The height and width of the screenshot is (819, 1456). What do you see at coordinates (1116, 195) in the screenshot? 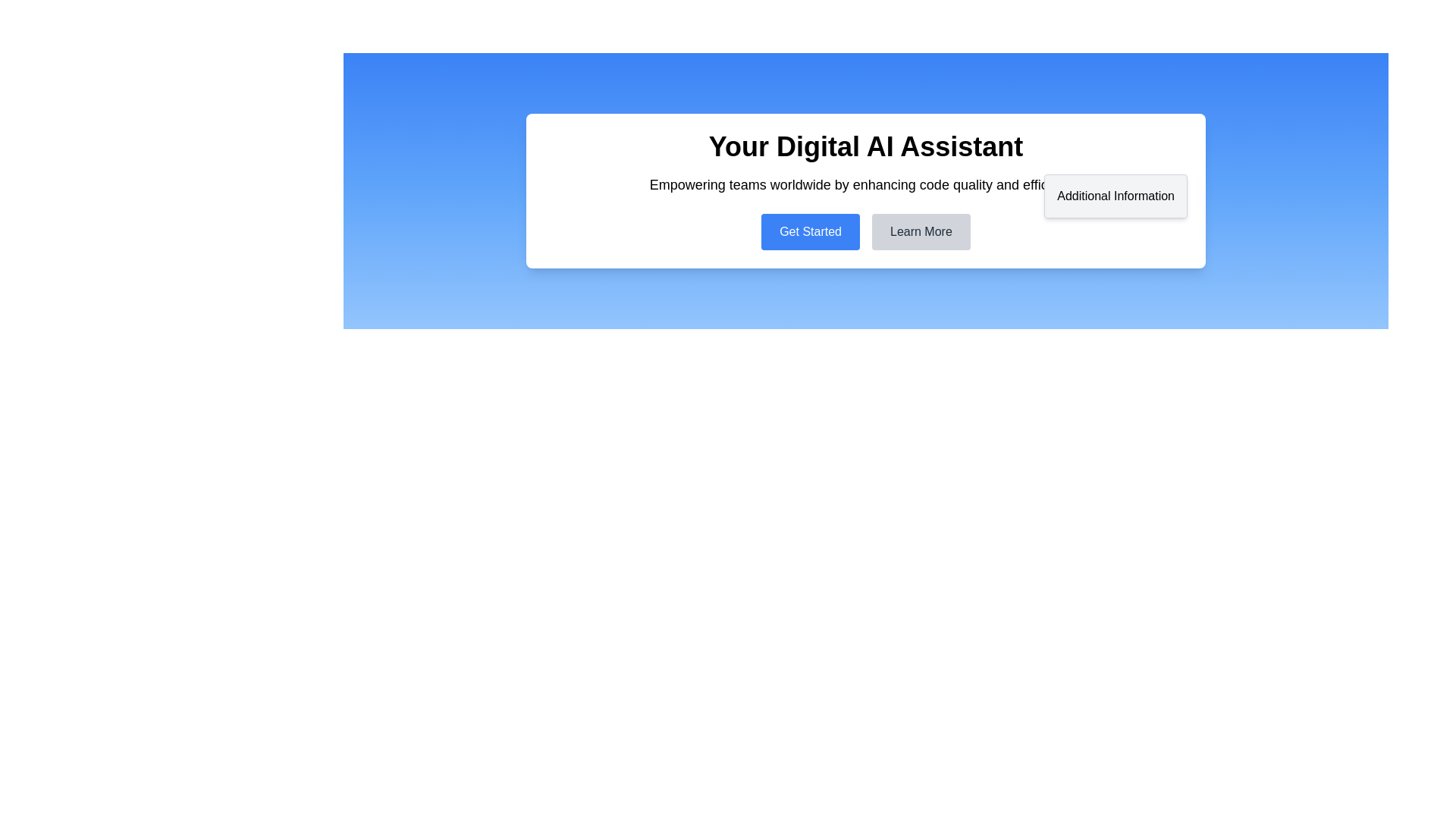
I see `the Informative box with a light gray background and the text 'Additional Information'` at bounding box center [1116, 195].